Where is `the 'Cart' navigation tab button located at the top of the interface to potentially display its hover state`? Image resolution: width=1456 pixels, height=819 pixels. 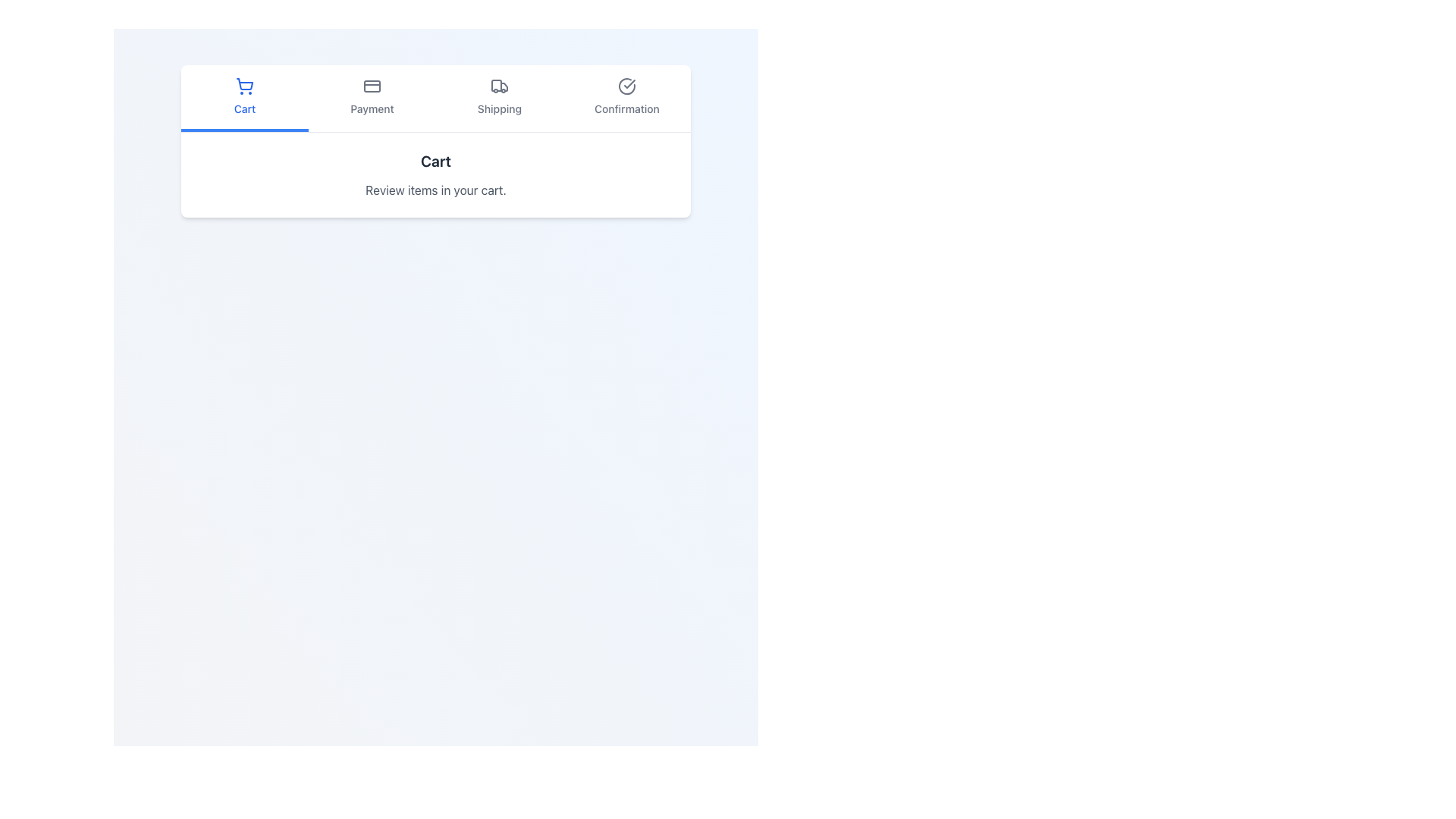
the 'Cart' navigation tab button located at the top of the interface to potentially display its hover state is located at coordinates (244, 99).